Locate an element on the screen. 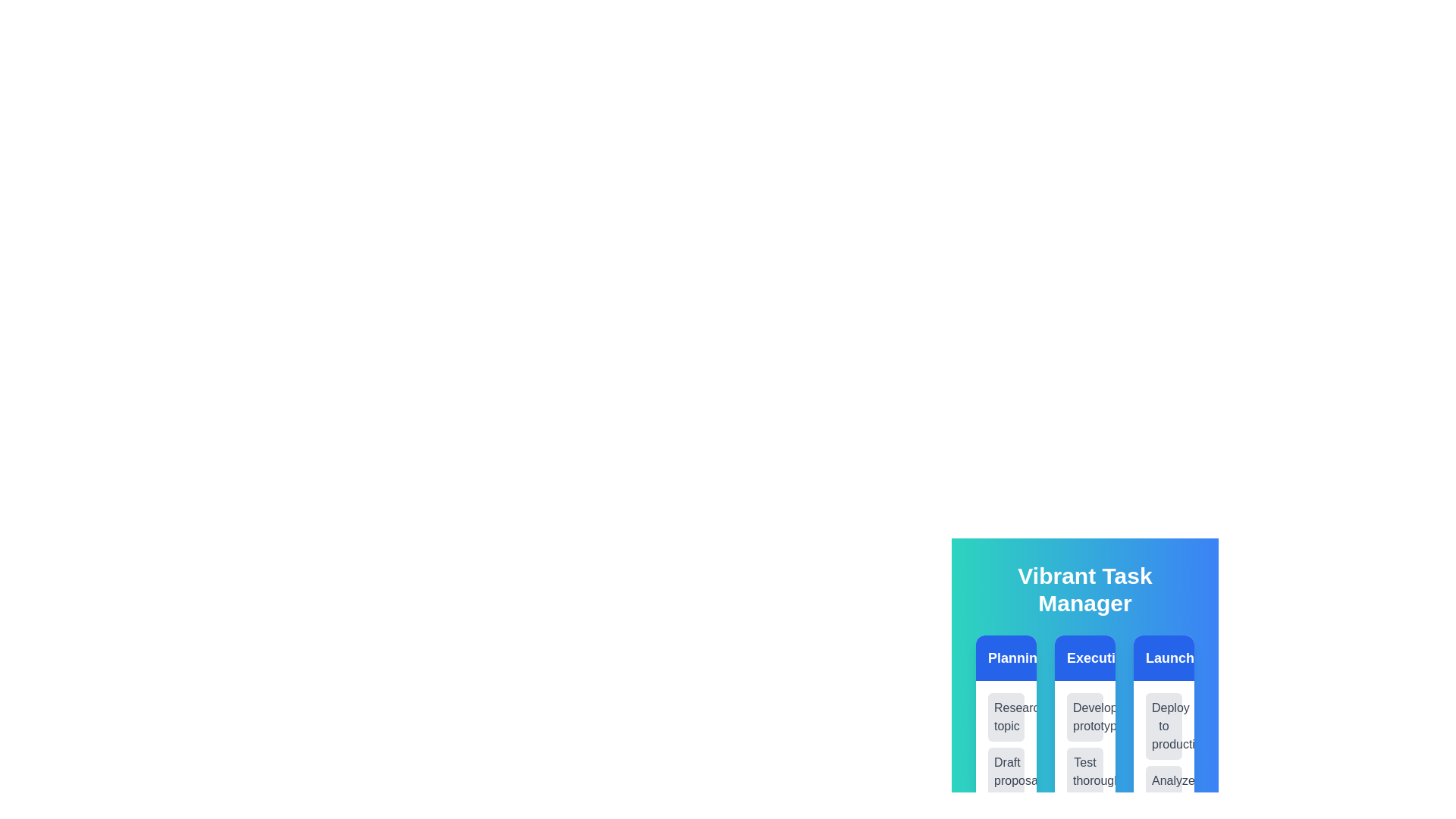 Image resolution: width=1456 pixels, height=819 pixels. the 'Execution' card, which is the middle vertical card labeled 'Execution' in white text on a blue background is located at coordinates (1084, 654).